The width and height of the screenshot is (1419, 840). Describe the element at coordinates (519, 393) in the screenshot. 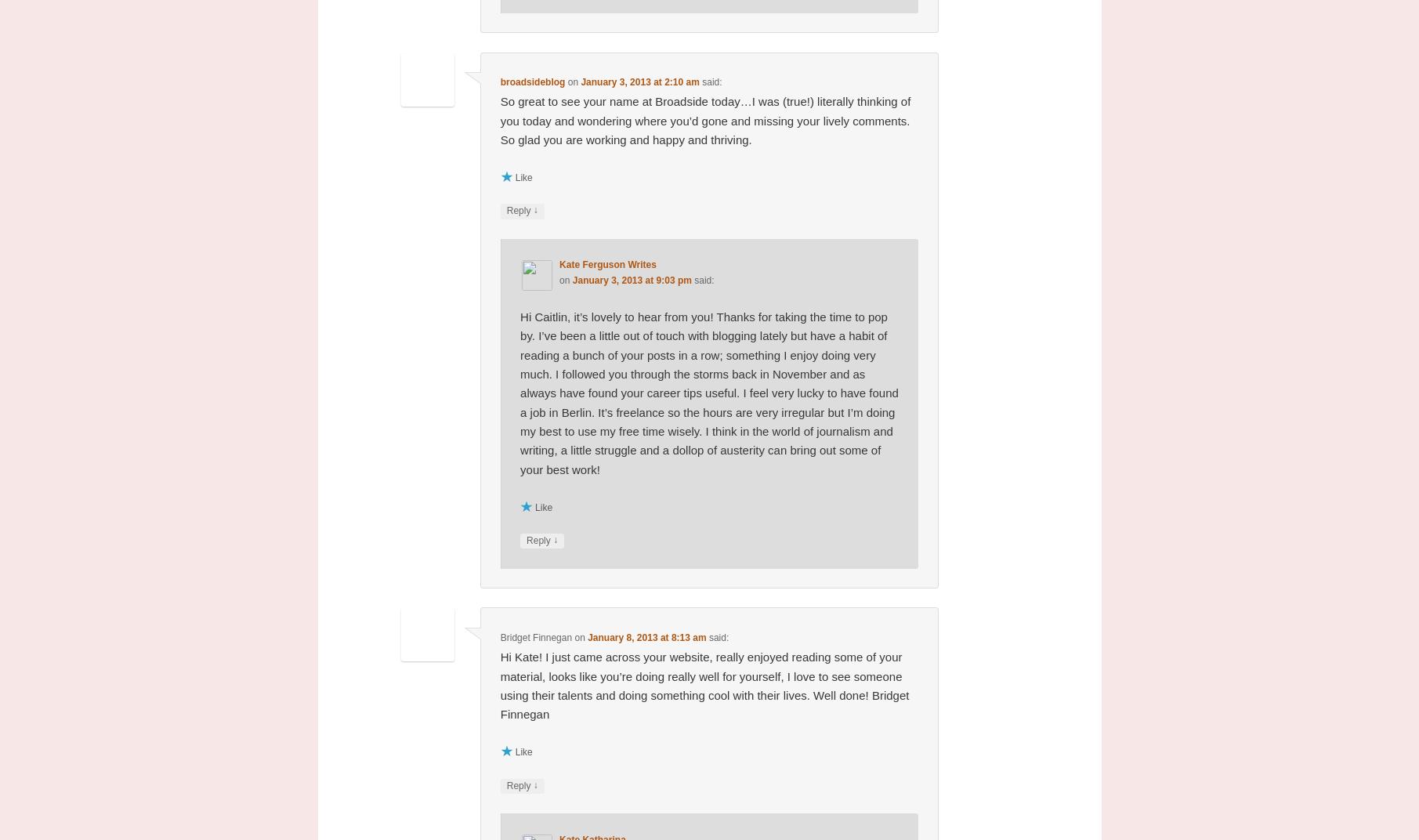

I see `'Hi Caitlin, it’s lovely to hear from you! Thanks for taking the time to pop by. I’ve been a little out of touch with blogging lately but have a habit of reading a bunch of your posts in a row; something I enjoy doing very much. I followed you through the storms back in November and as always have found your career tips useful. I feel very lucky to have found a job in Berlin. It’s freelance so the hours are very irregular but I’m doing my best to use my free time wisely. I think in the world of journalism and writing,  a little struggle and a dollop of austerity can bring out some of your best work!'` at that location.